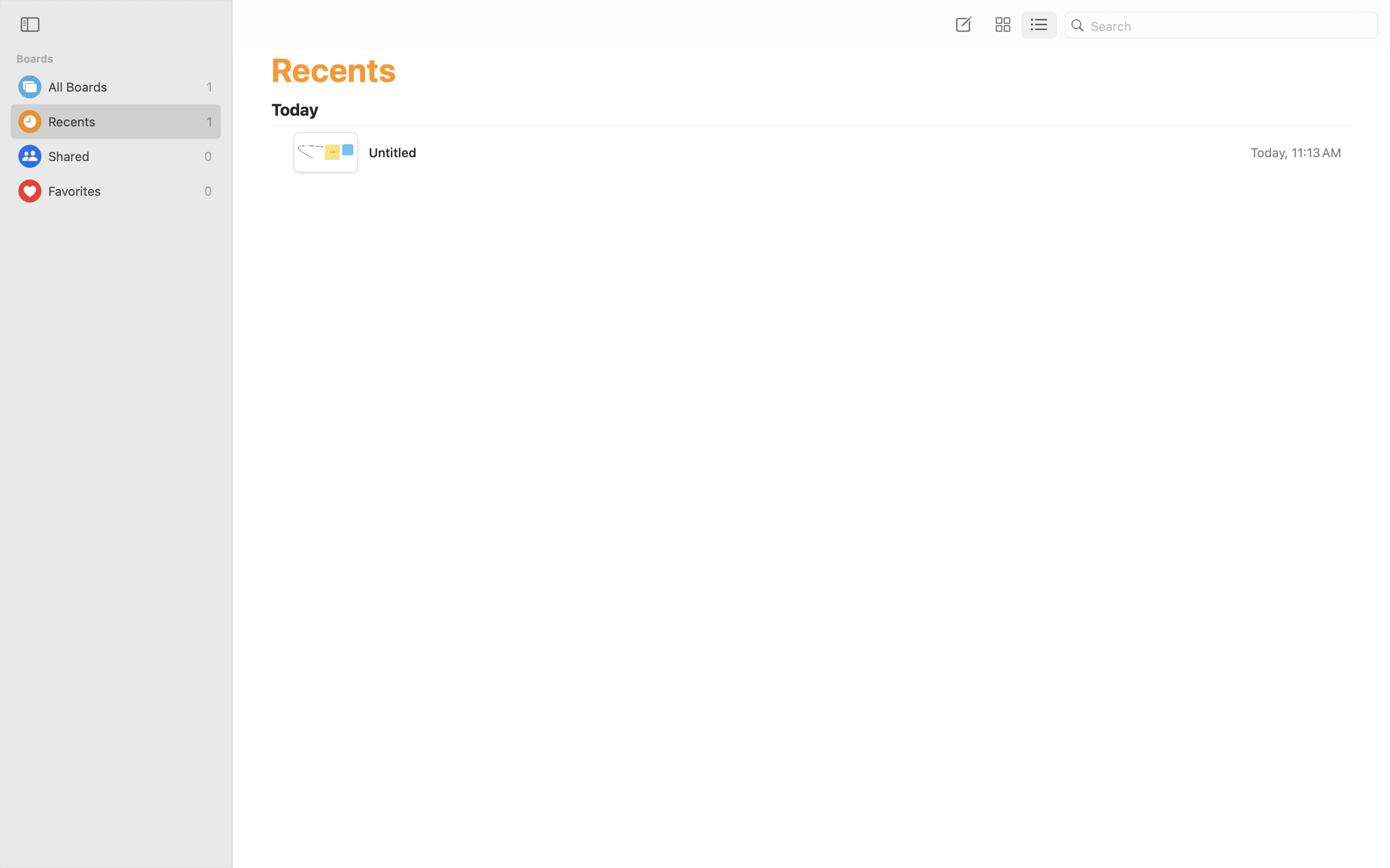 The height and width of the screenshot is (868, 1390). Describe the element at coordinates (123, 156) in the screenshot. I see `'Shared'` at that location.